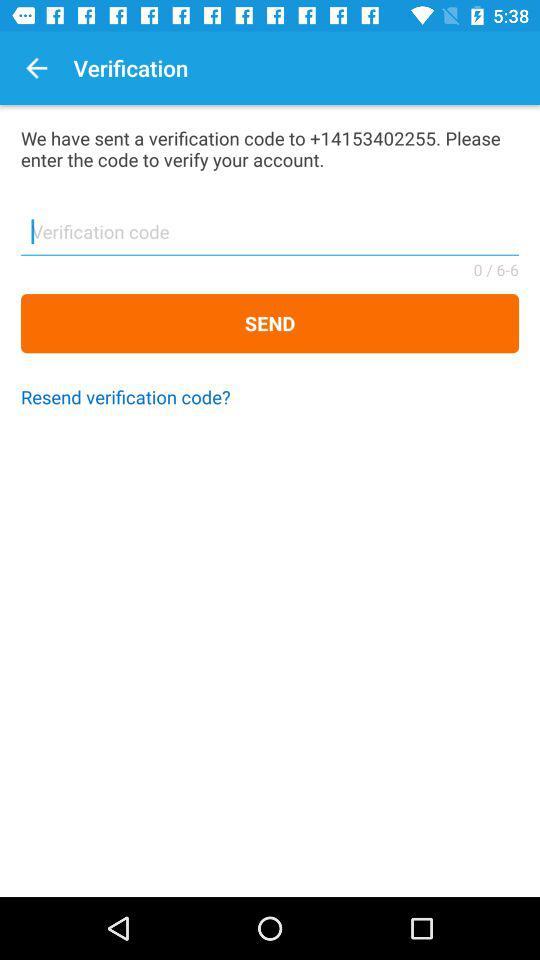 This screenshot has width=540, height=960. Describe the element at coordinates (270, 238) in the screenshot. I see `text box for verification code` at that location.